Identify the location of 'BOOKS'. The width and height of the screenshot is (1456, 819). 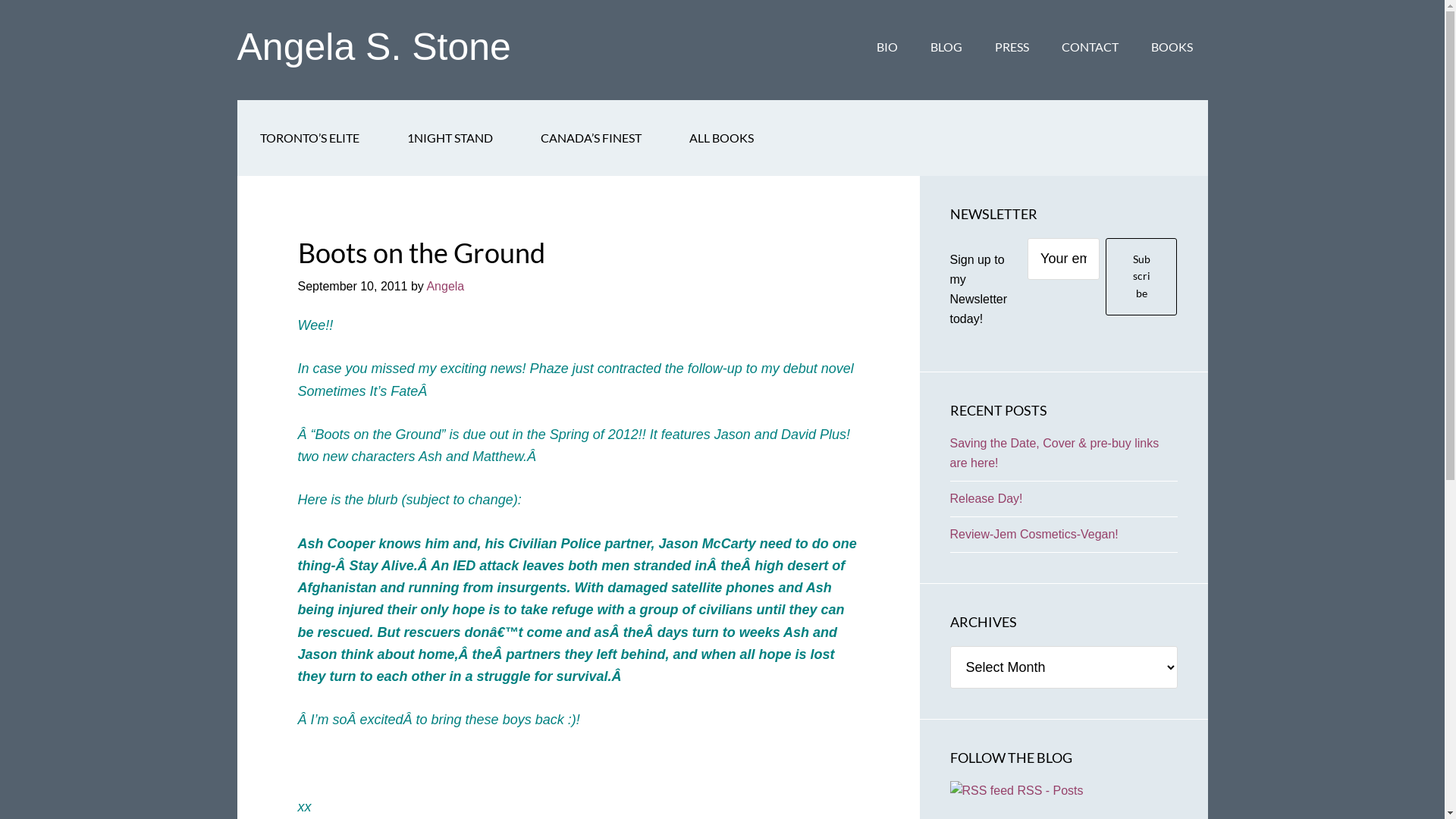
(1171, 45).